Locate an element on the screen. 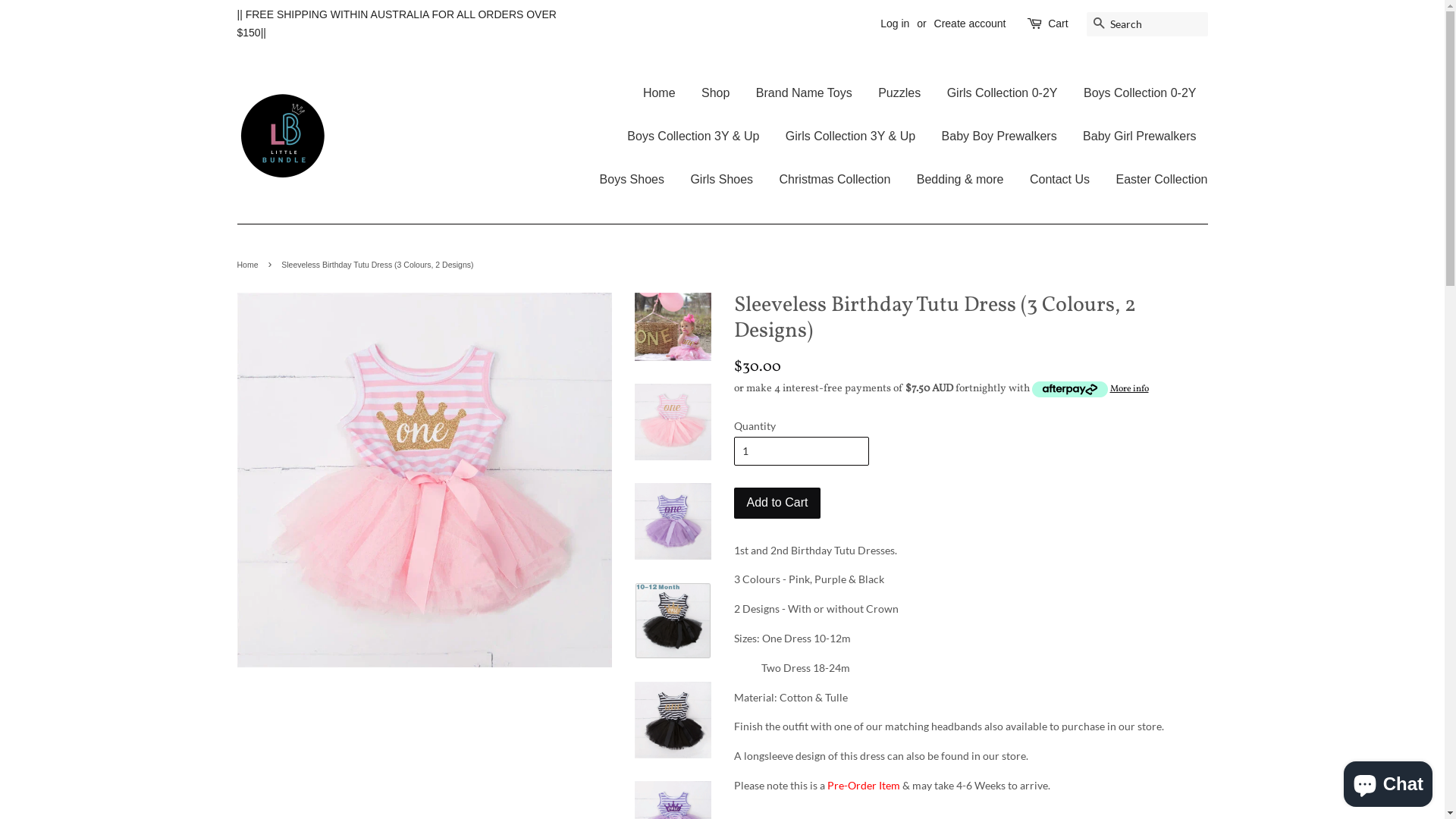 Image resolution: width=1456 pixels, height=819 pixels. 'Girls Collection 0-2Y' is located at coordinates (934, 93).